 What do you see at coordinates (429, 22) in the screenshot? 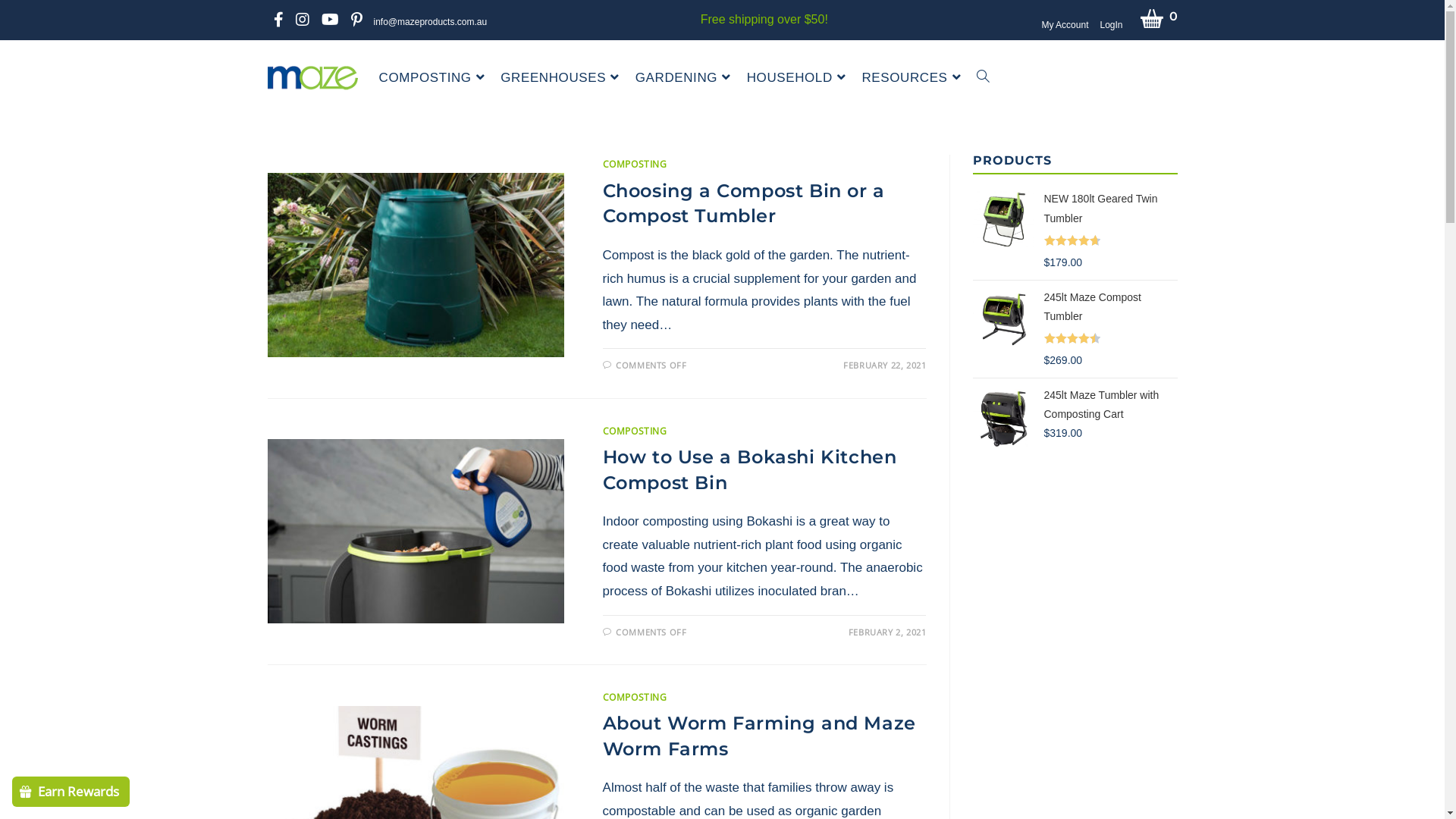
I see `'info@mazeproducts.com.au'` at bounding box center [429, 22].